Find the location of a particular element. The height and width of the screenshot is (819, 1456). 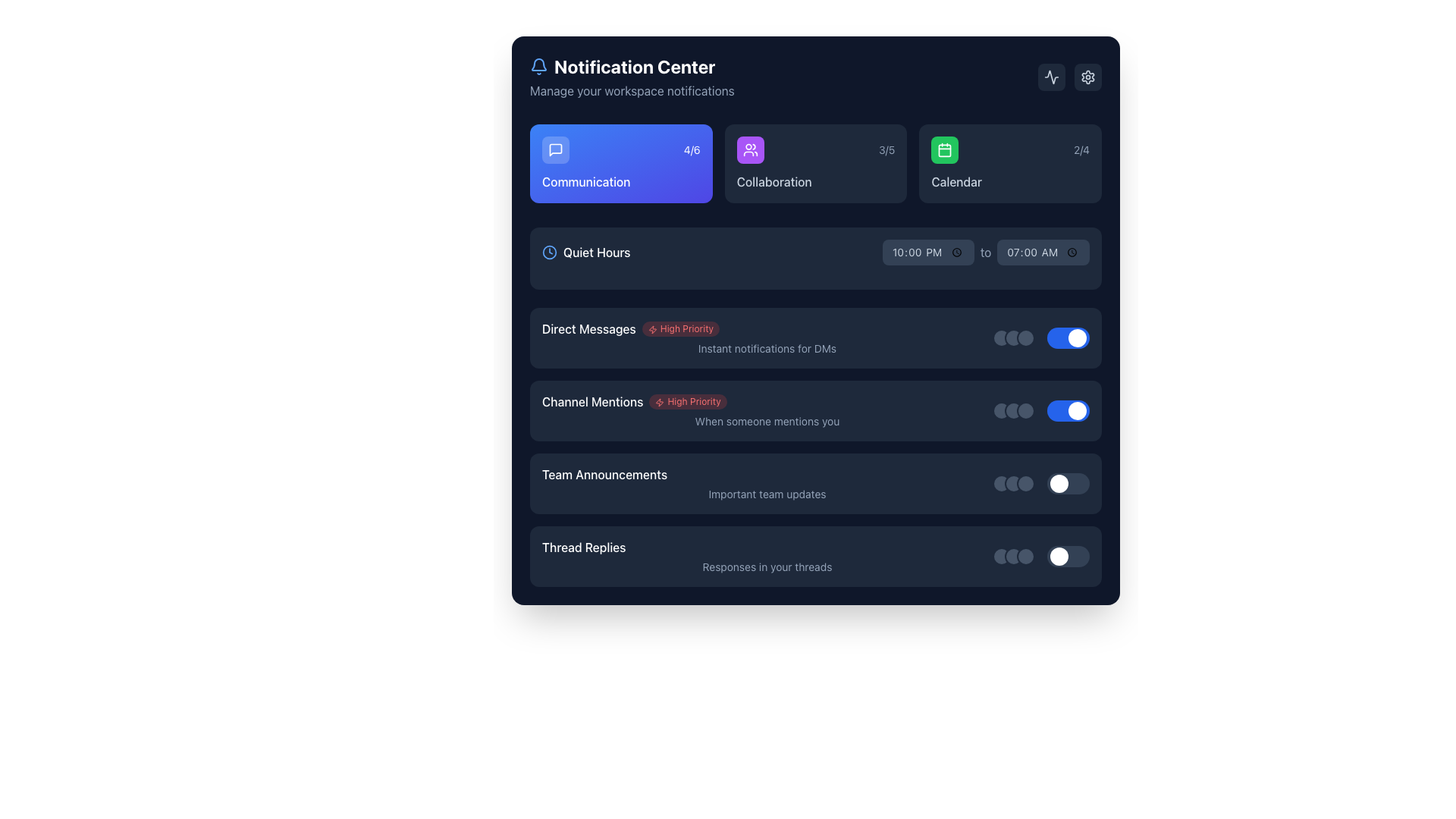

the small rectangular decorative element with rounded corners, styled in green, located within the SVG structure of the calendar icon in the notification interface is located at coordinates (944, 150).